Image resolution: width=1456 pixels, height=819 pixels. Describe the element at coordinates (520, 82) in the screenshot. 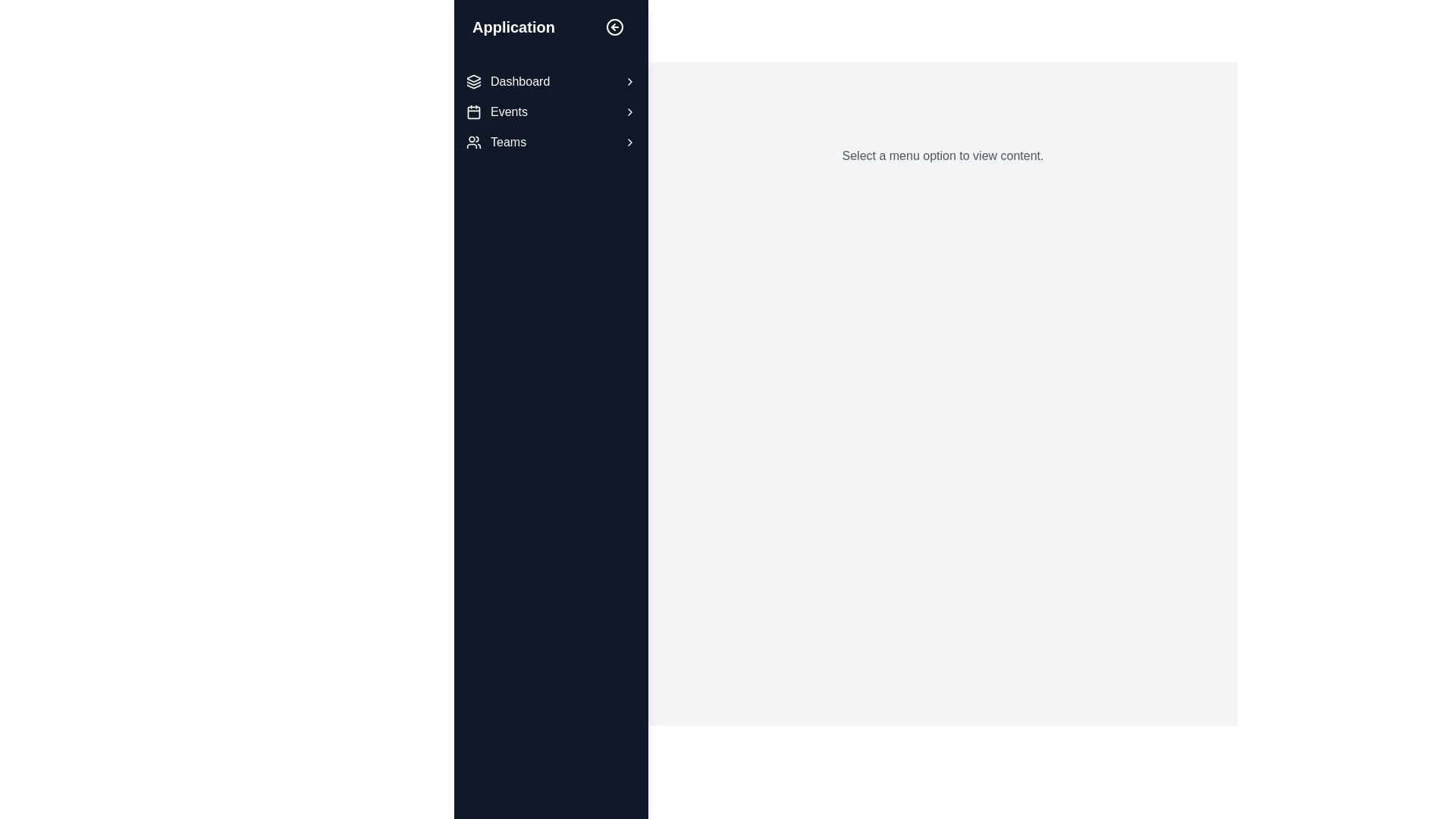

I see `the 'Dashboard' text label in the vertical navigation menu on the left sidebar` at that location.